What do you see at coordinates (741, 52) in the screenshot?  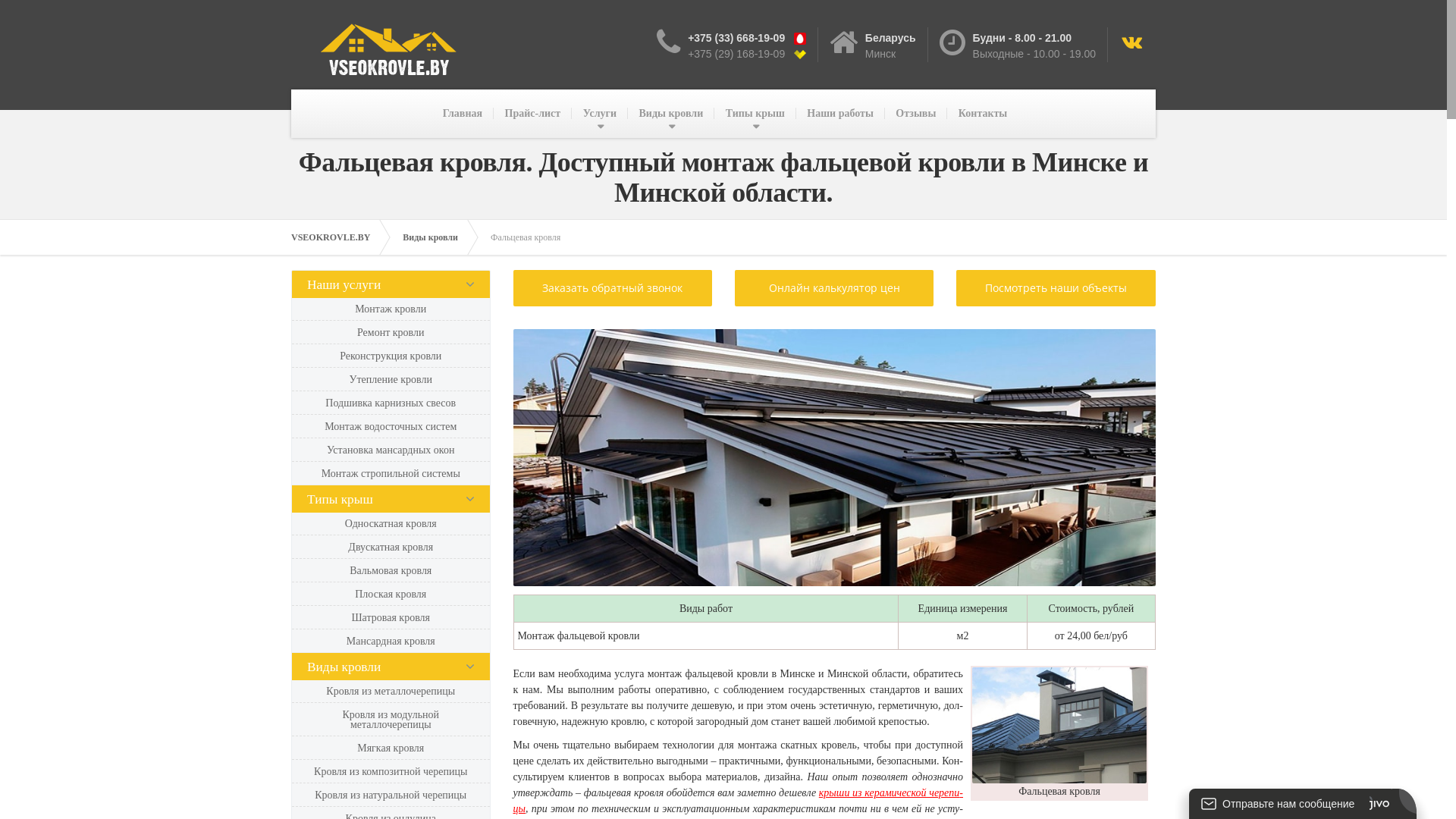 I see `'+375 (29) 168-19-09   '` at bounding box center [741, 52].